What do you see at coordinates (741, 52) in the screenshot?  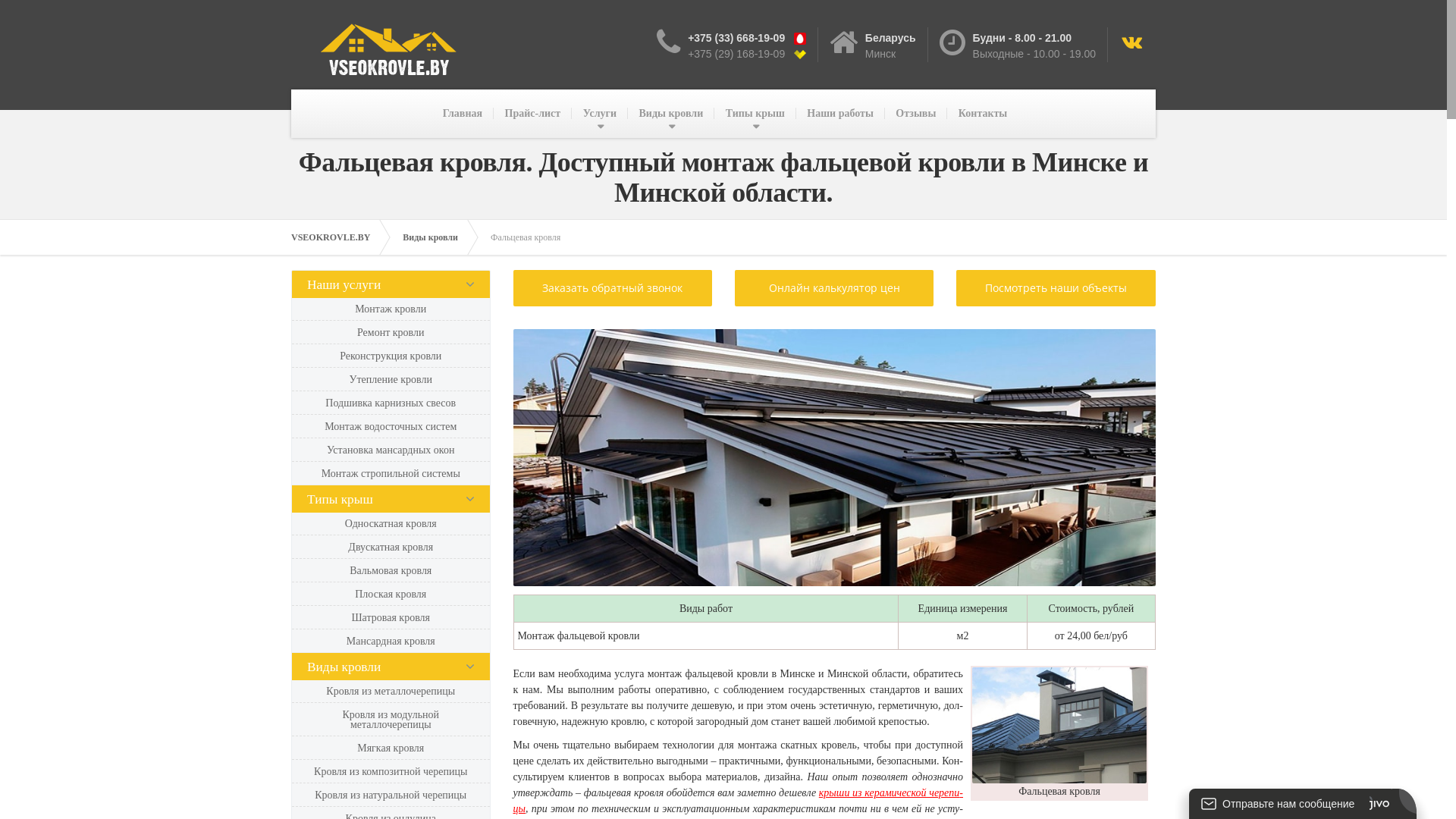 I see `'+375 (29) 168-19-09   '` at bounding box center [741, 52].